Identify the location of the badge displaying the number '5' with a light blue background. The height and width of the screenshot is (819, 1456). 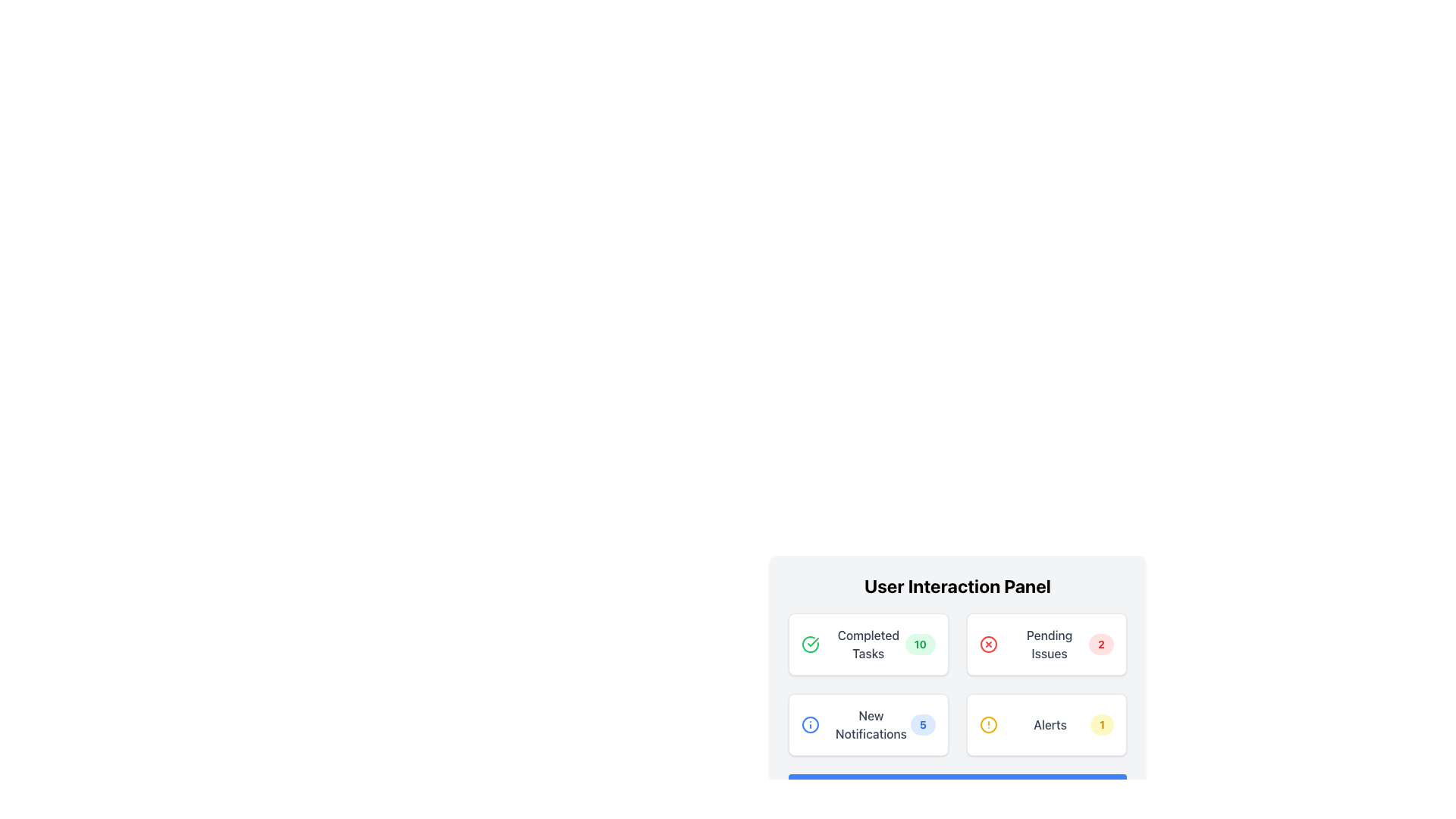
(922, 724).